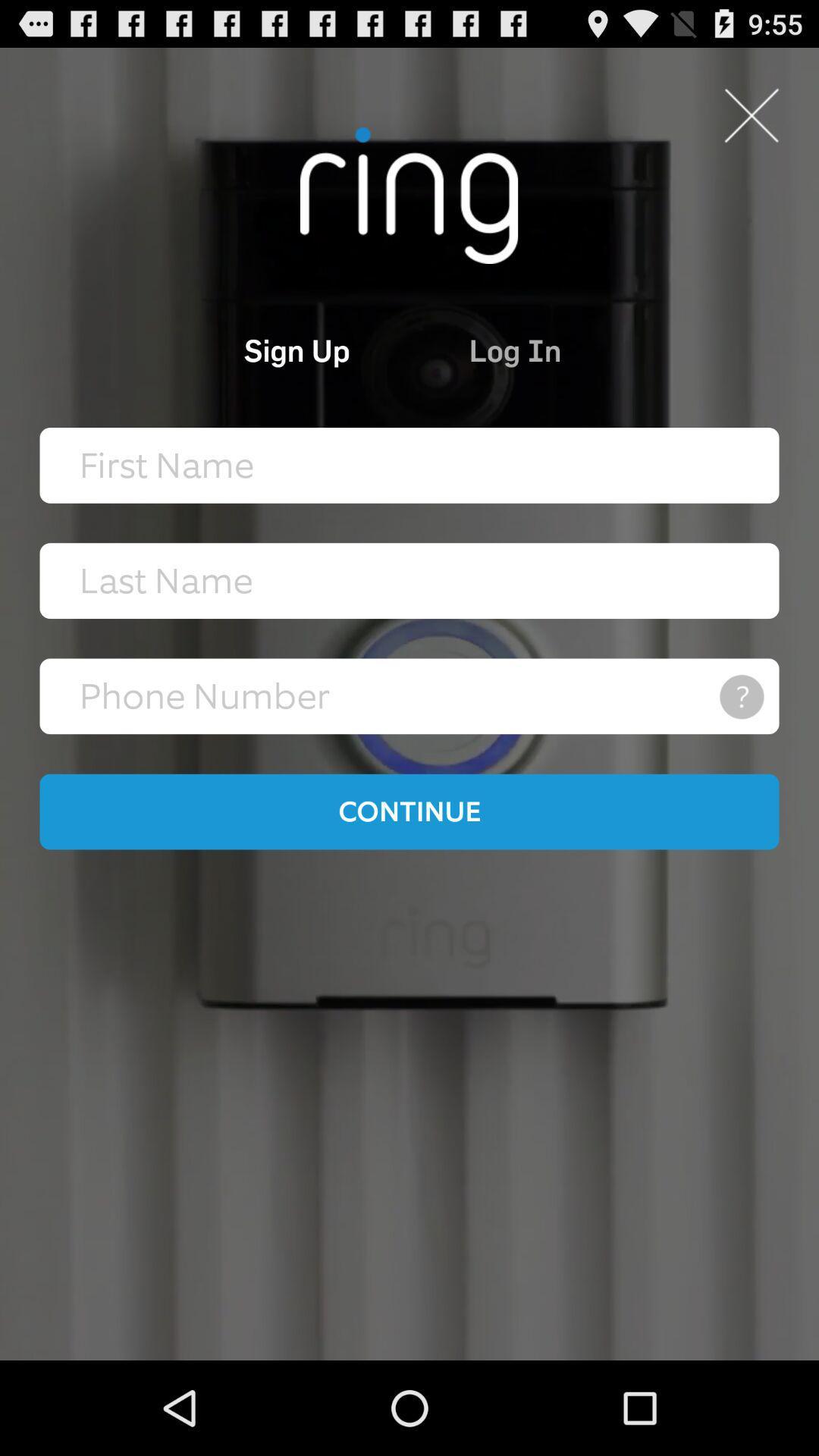 The width and height of the screenshot is (819, 1456). I want to click on the icon at the top left corner, so click(234, 349).